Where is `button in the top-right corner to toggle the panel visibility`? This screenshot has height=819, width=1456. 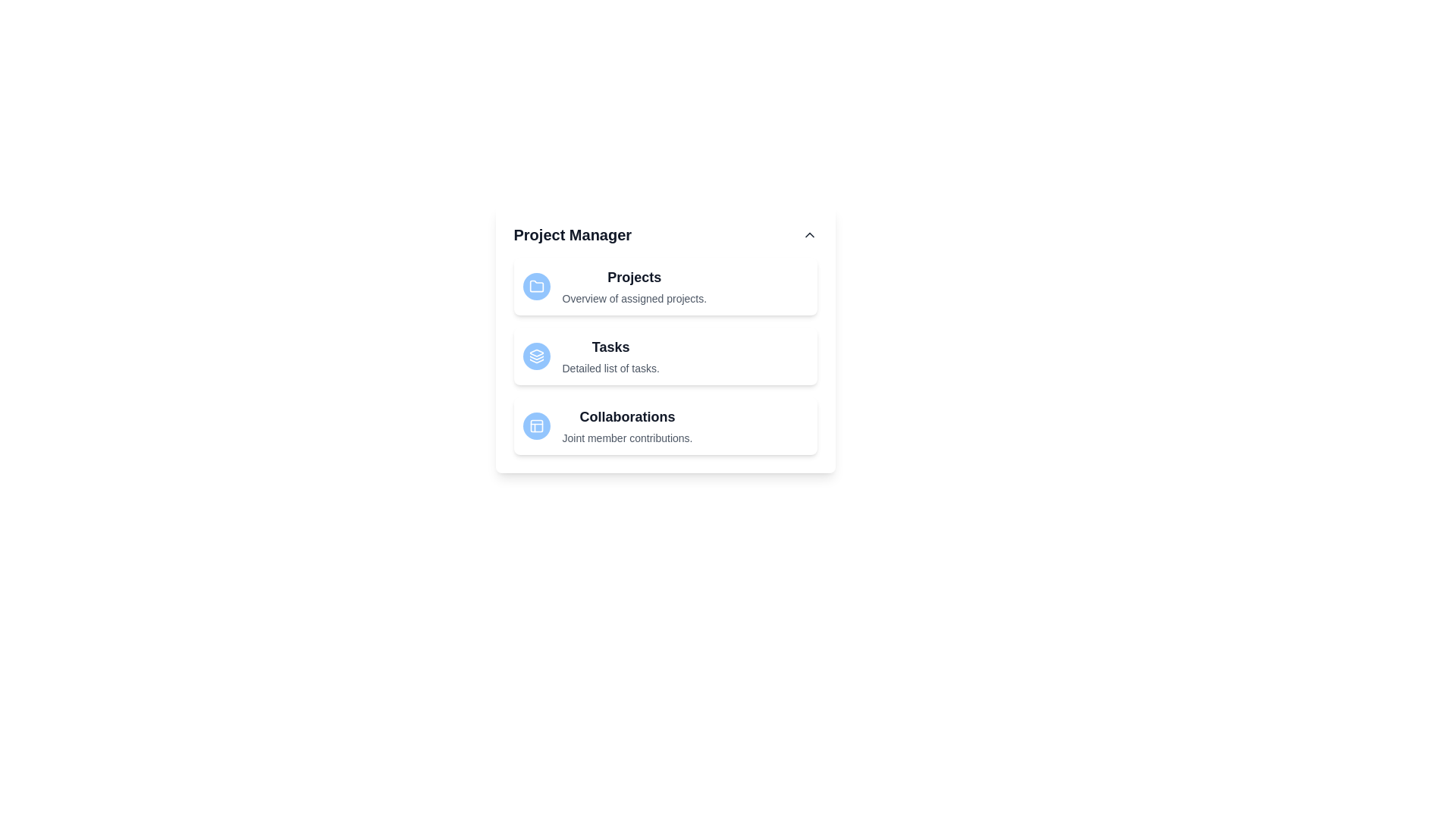
button in the top-right corner to toggle the panel visibility is located at coordinates (808, 234).